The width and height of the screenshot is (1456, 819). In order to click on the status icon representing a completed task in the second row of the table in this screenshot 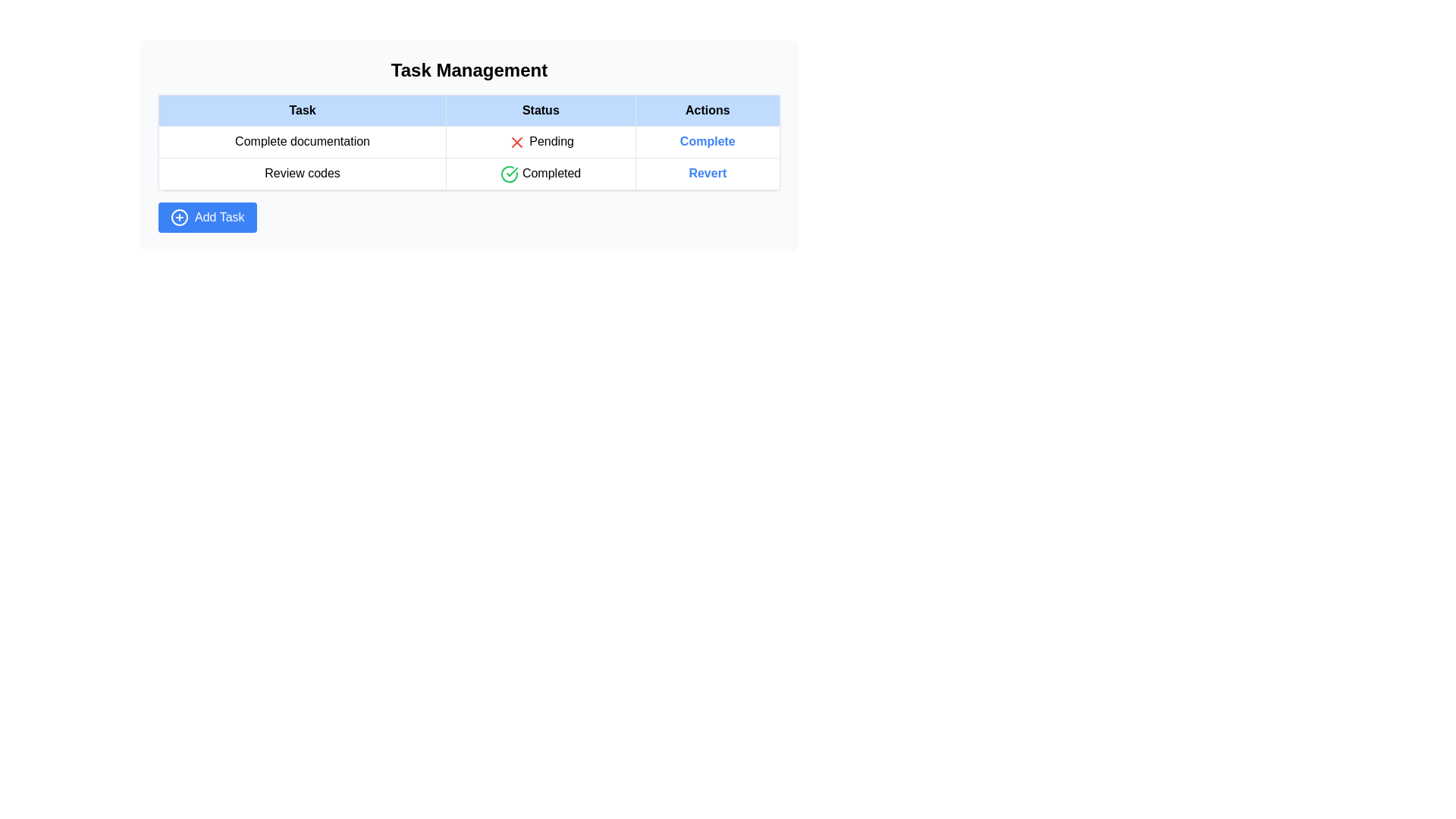, I will do `click(510, 173)`.